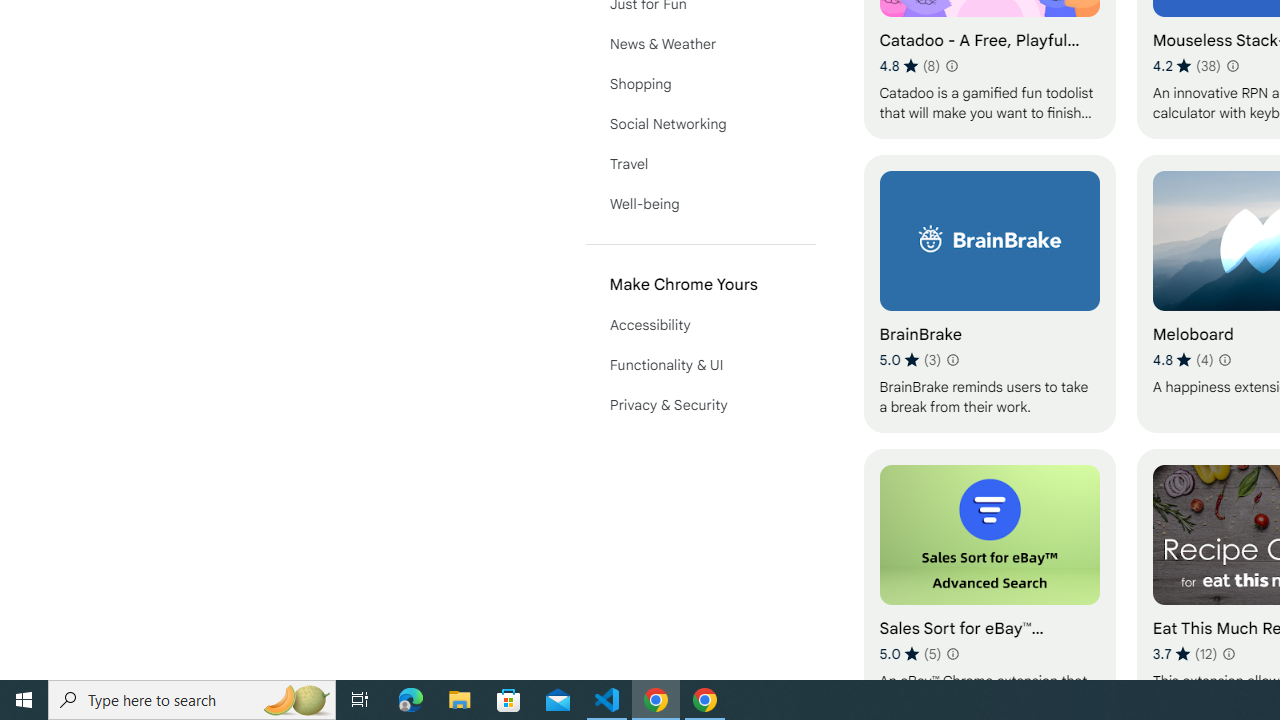 The image size is (1280, 720). Describe the element at coordinates (700, 204) in the screenshot. I see `'Well-being'` at that location.